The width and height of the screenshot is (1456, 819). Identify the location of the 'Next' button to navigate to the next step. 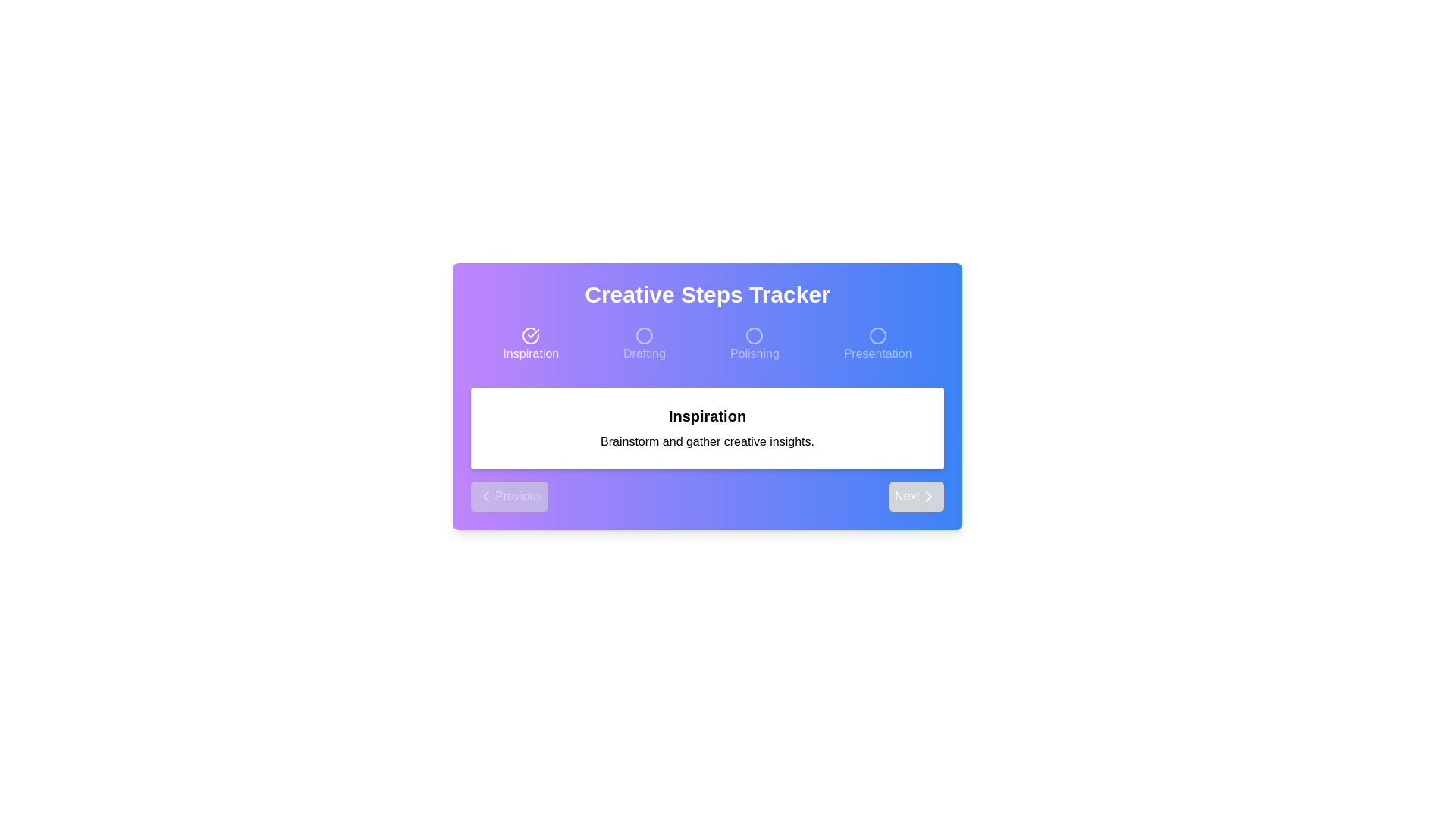
(915, 497).